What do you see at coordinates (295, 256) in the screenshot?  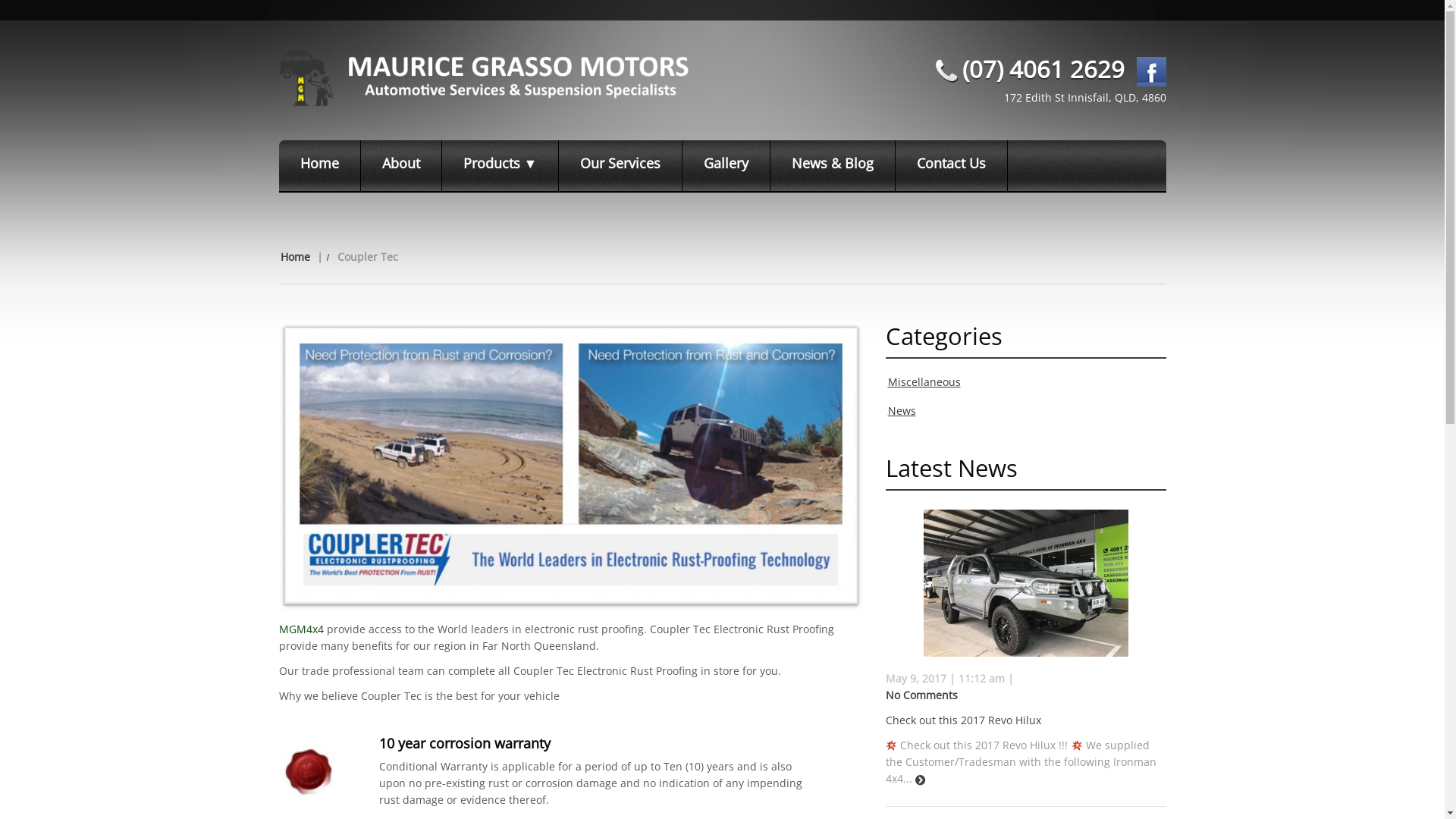 I see `'Home'` at bounding box center [295, 256].